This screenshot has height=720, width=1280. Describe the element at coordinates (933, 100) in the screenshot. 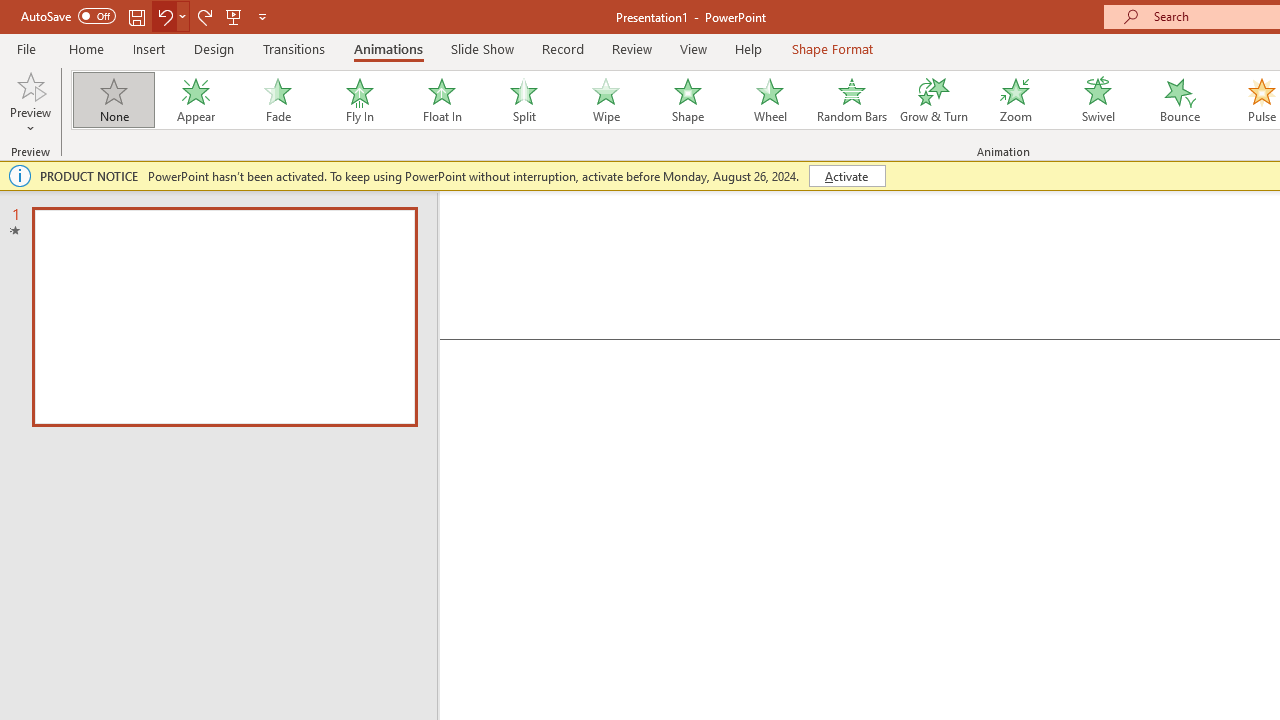

I see `'Grow & Turn'` at that location.